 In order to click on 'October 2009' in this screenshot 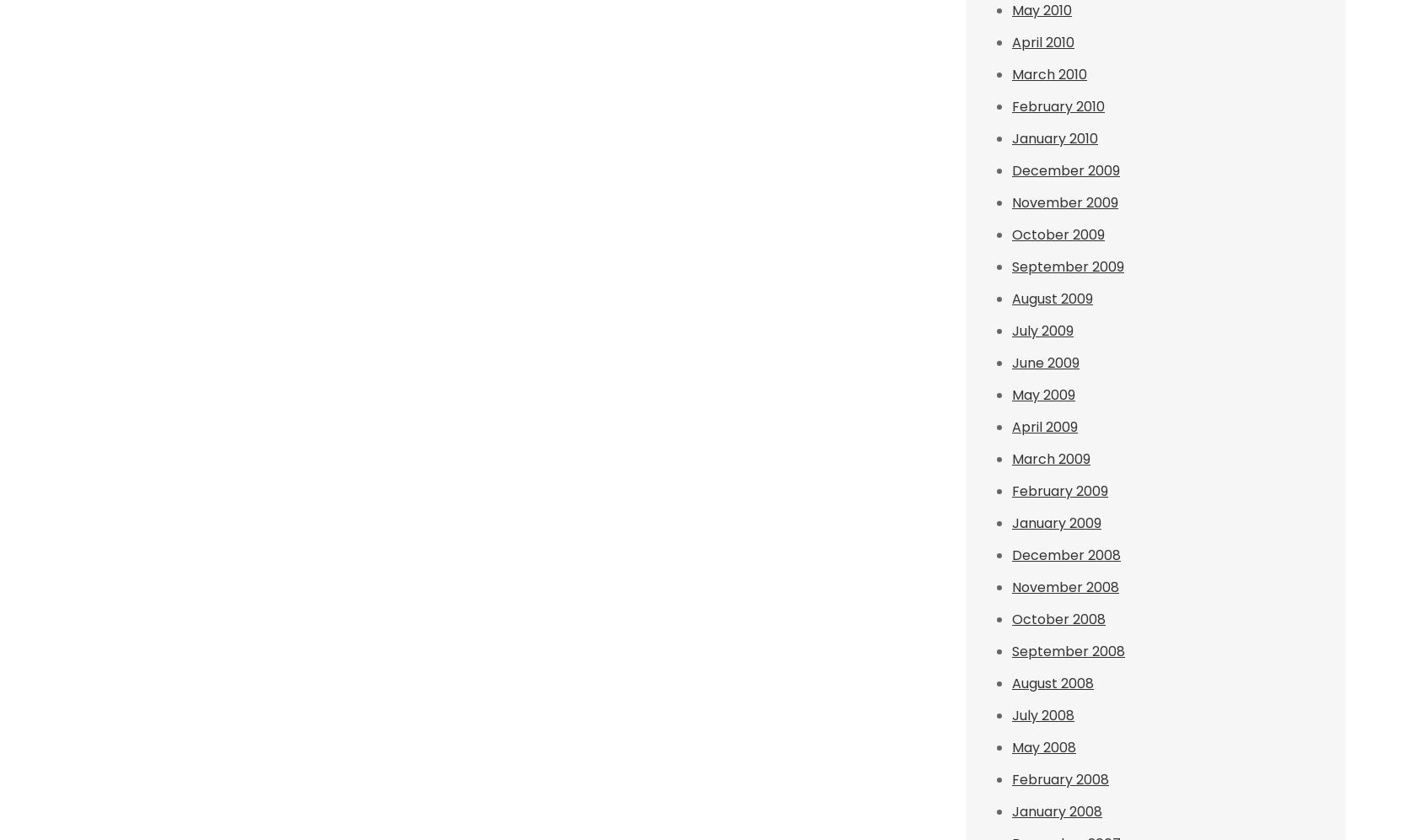, I will do `click(1058, 234)`.